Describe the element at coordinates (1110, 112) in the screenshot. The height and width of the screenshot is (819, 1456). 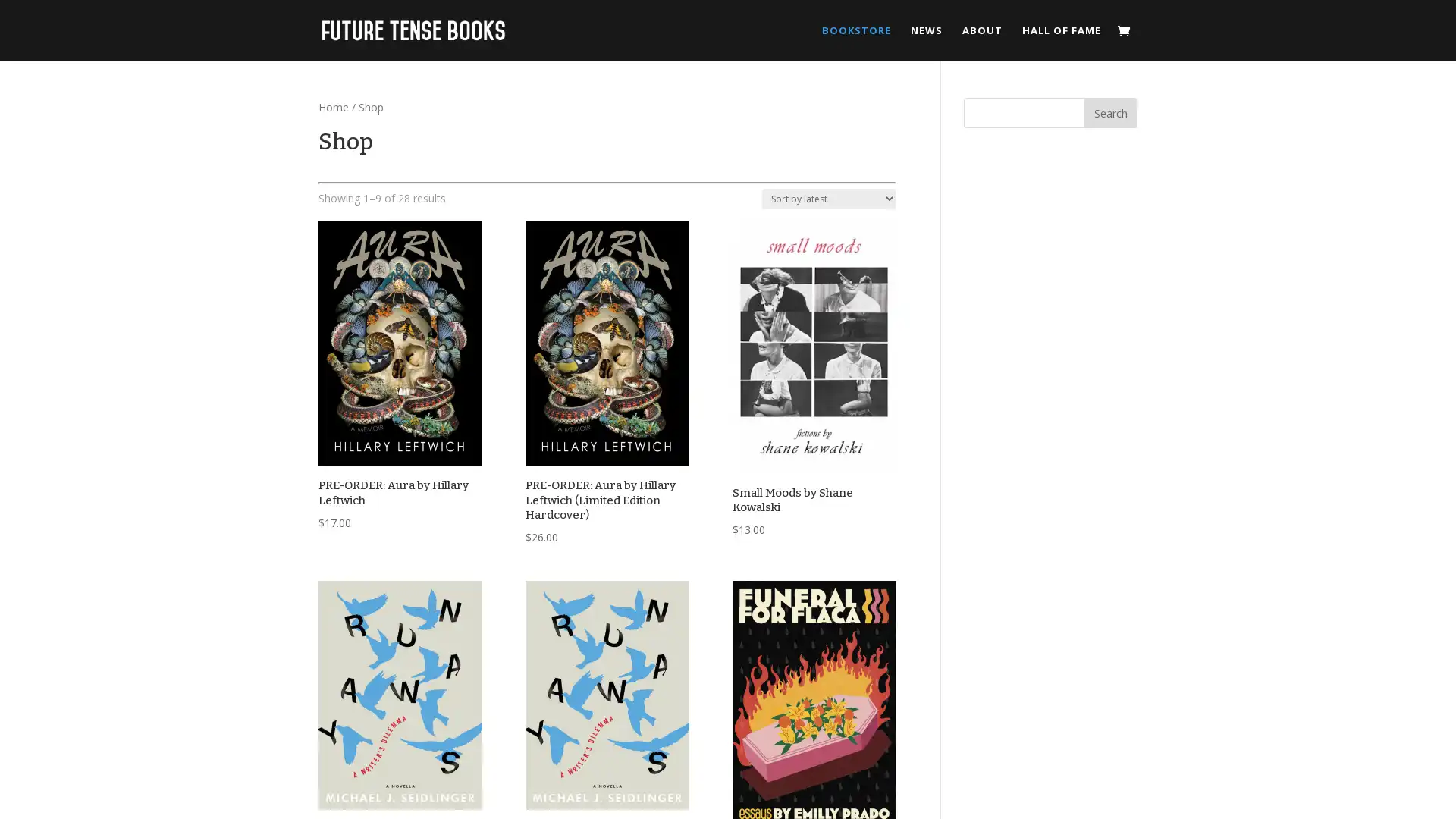
I see `Search` at that location.